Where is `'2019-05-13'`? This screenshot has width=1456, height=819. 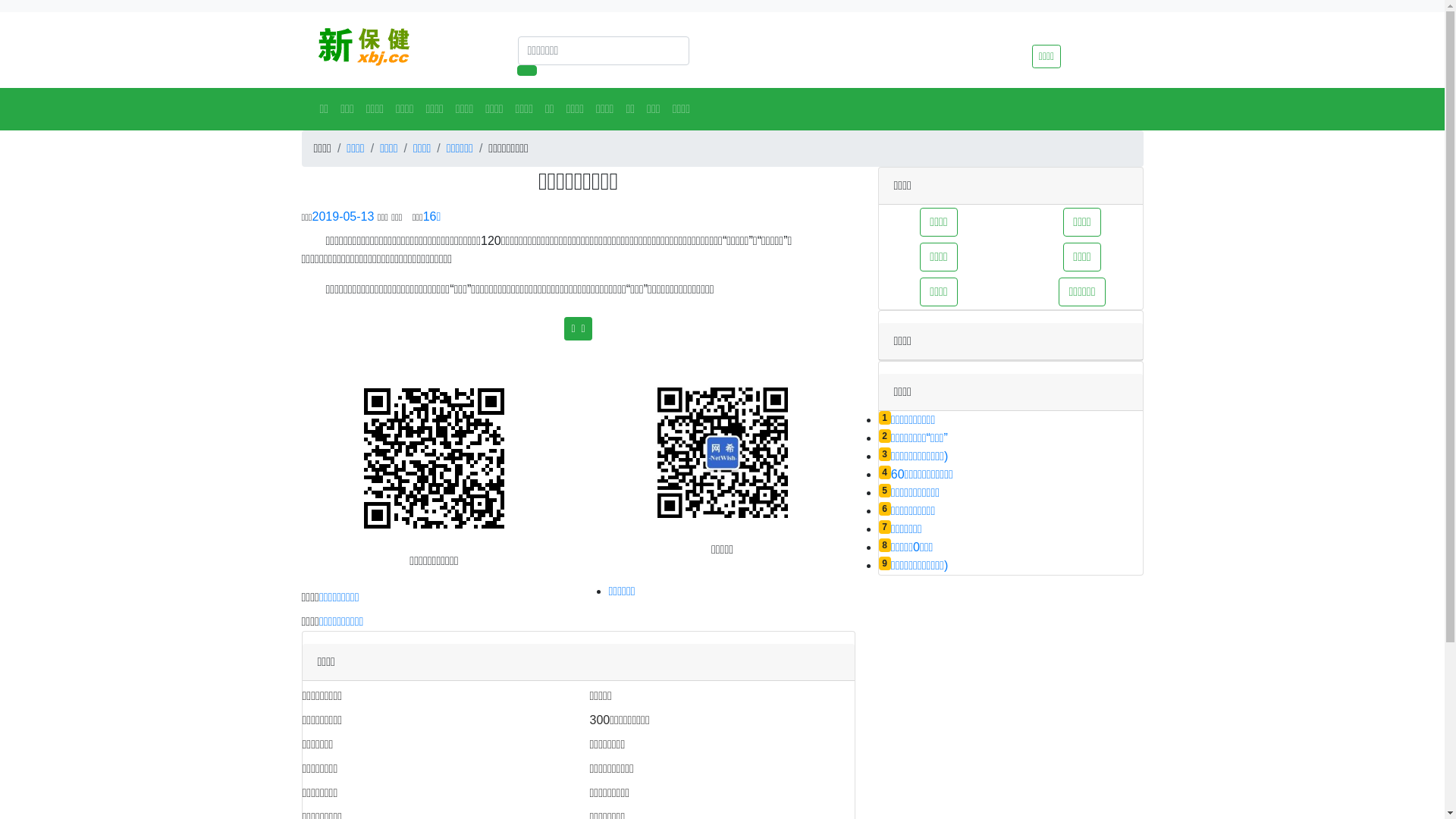
'2019-05-13' is located at coordinates (342, 216).